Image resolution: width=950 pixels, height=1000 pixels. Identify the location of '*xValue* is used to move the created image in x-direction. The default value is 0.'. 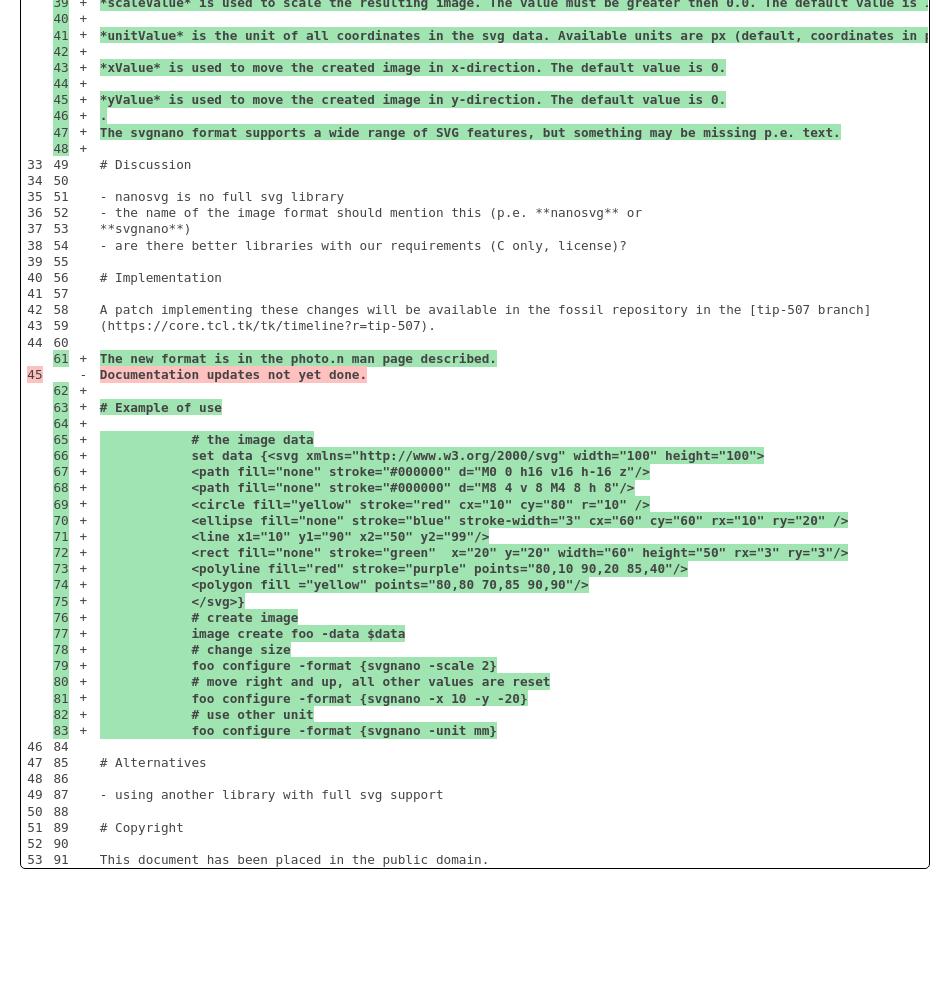
(411, 65).